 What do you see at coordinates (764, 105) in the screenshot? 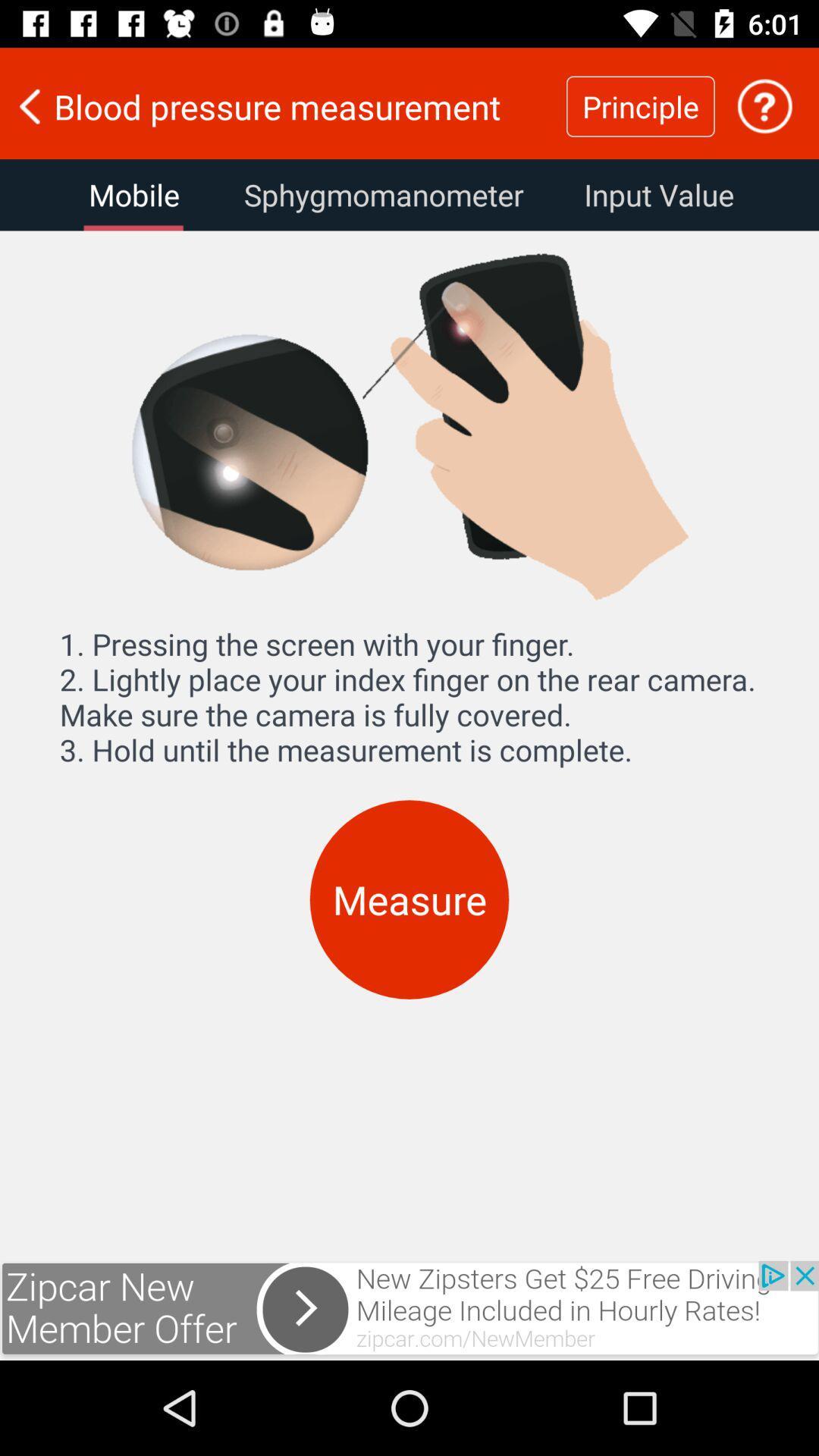
I see `the question mark option` at bounding box center [764, 105].